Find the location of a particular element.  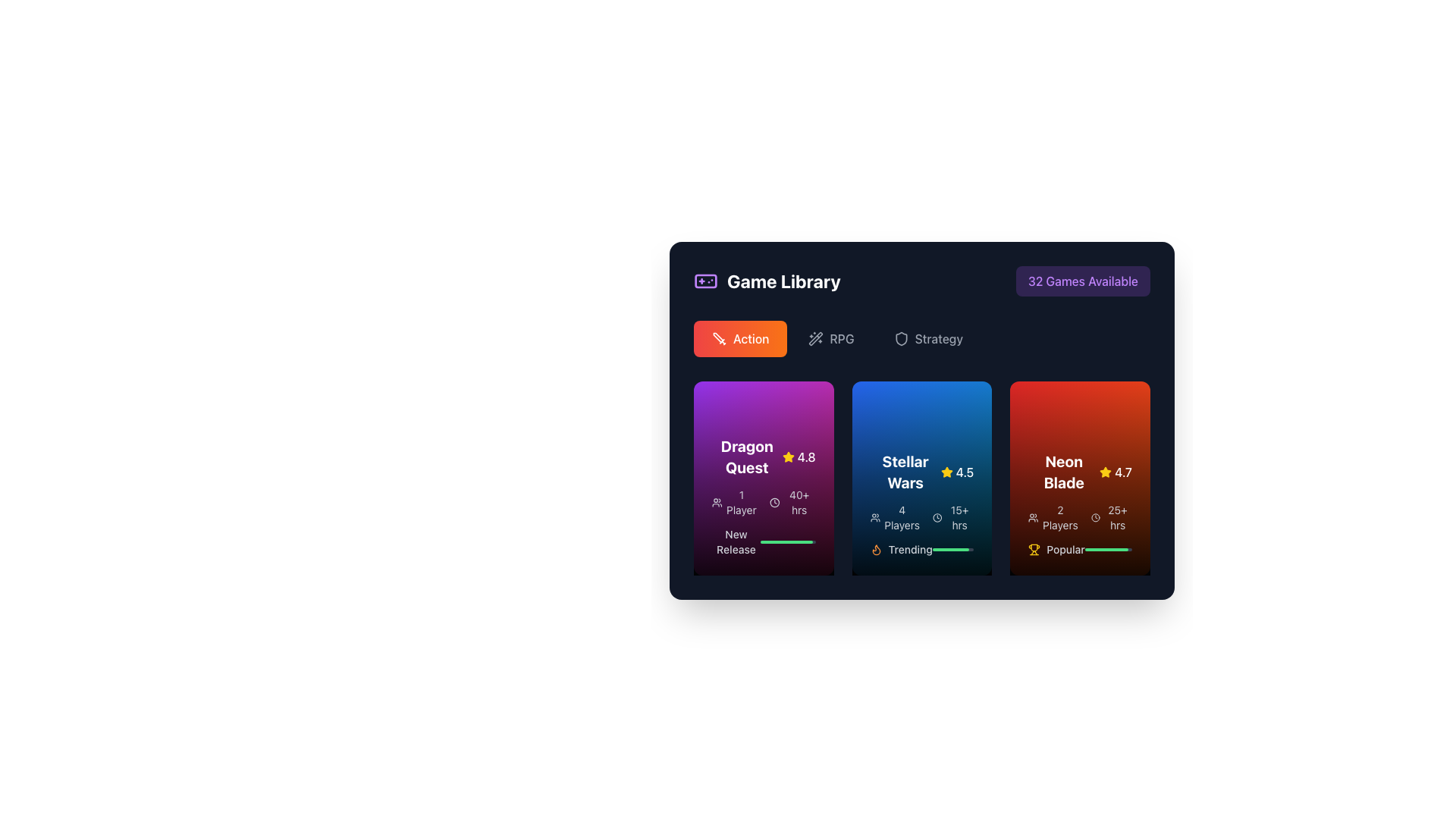

the text label displaying the rating '4.5', which is styled in a white font and located within a blue-tinted box, positioned to the right of a yellow star icon in the 'Stellar Wars' game tile is located at coordinates (964, 472).